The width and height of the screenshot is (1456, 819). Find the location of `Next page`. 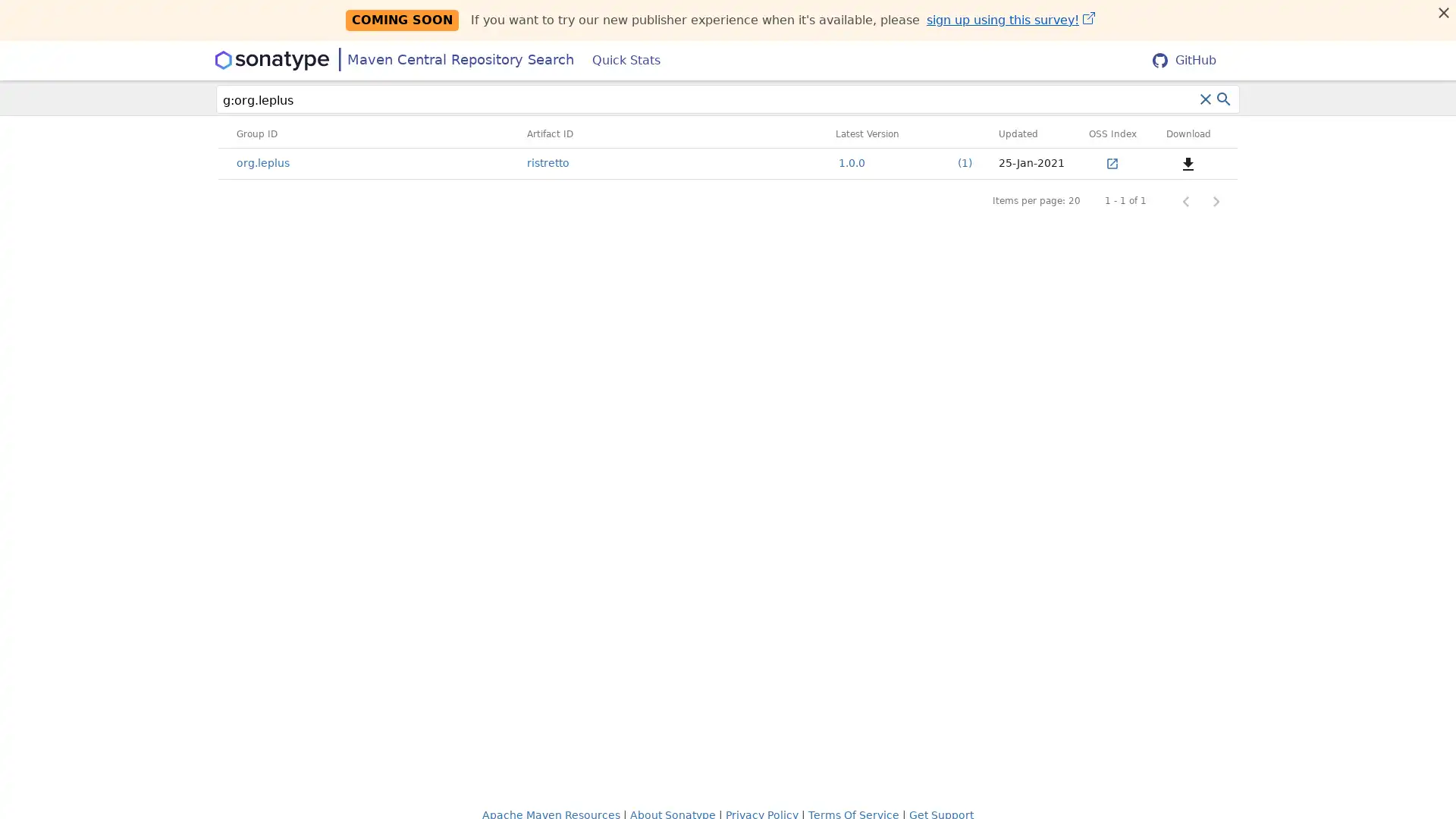

Next page is located at coordinates (1216, 199).